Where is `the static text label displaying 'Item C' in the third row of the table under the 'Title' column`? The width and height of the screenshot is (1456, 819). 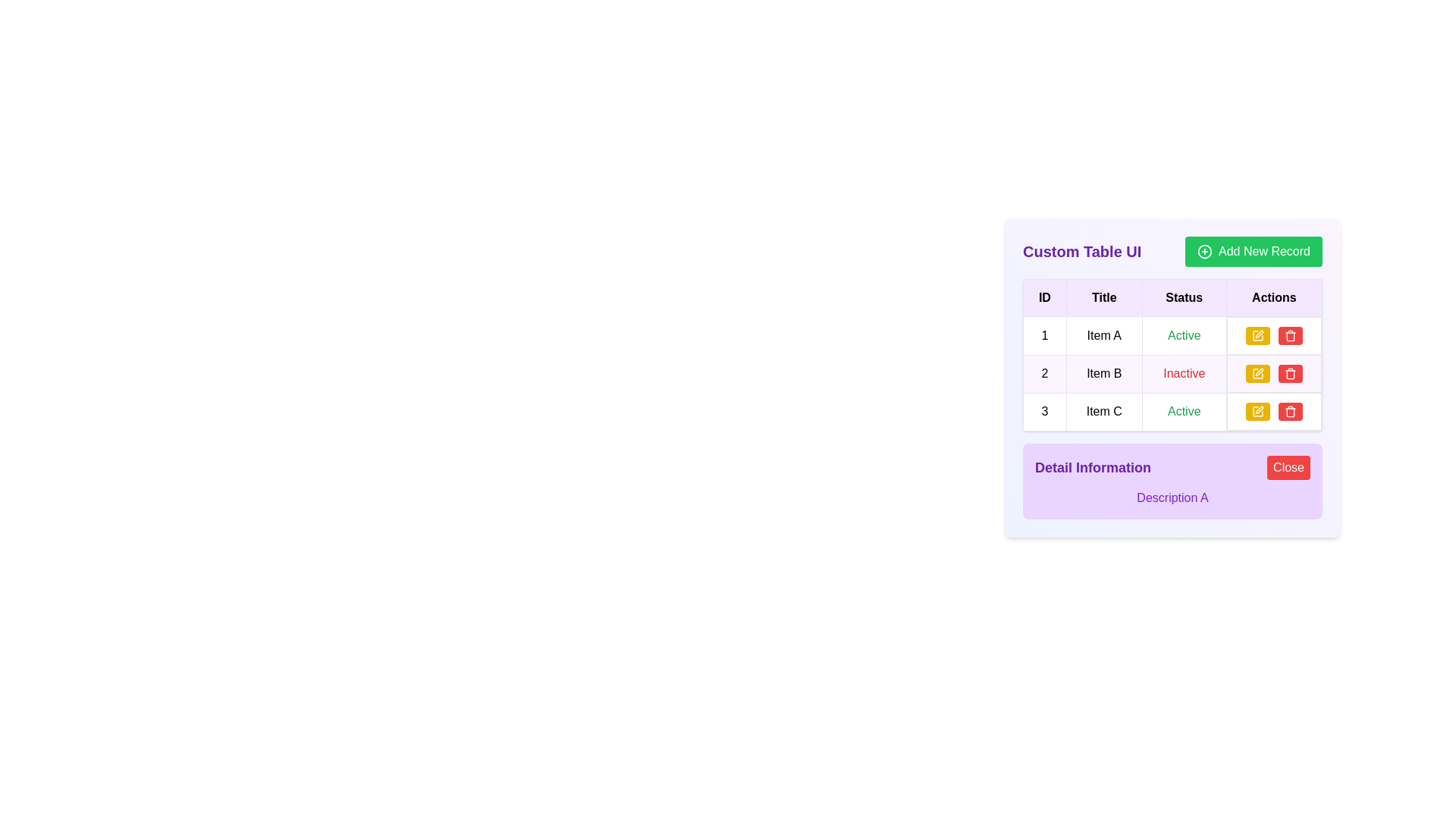
the static text label displaying 'Item C' in the third row of the table under the 'Title' column is located at coordinates (1104, 412).